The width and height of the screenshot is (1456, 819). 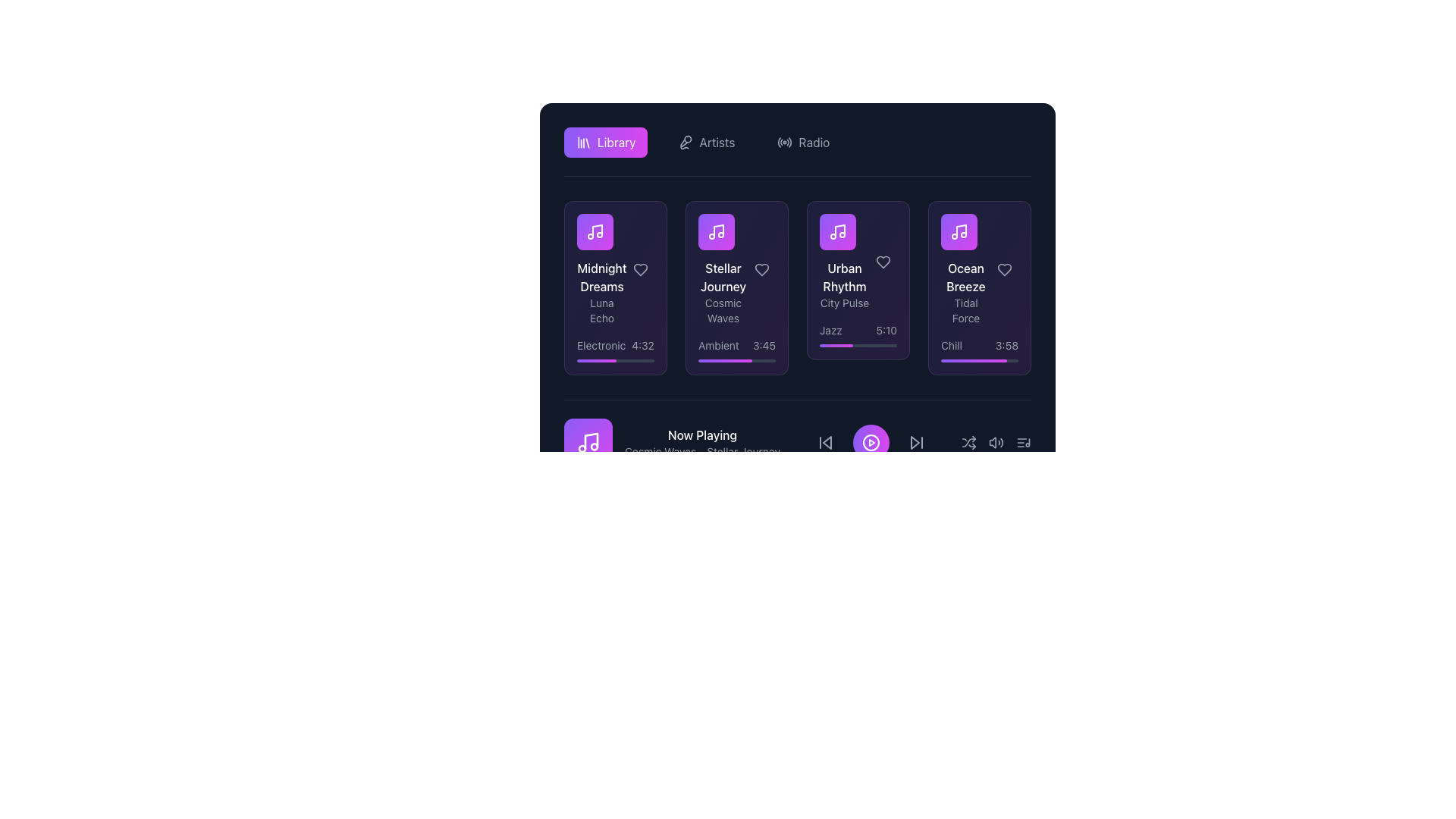 What do you see at coordinates (1004, 268) in the screenshot?
I see `the small heart icon button located at the top-right corner of the 'Ocean Breeze' music card` at bounding box center [1004, 268].